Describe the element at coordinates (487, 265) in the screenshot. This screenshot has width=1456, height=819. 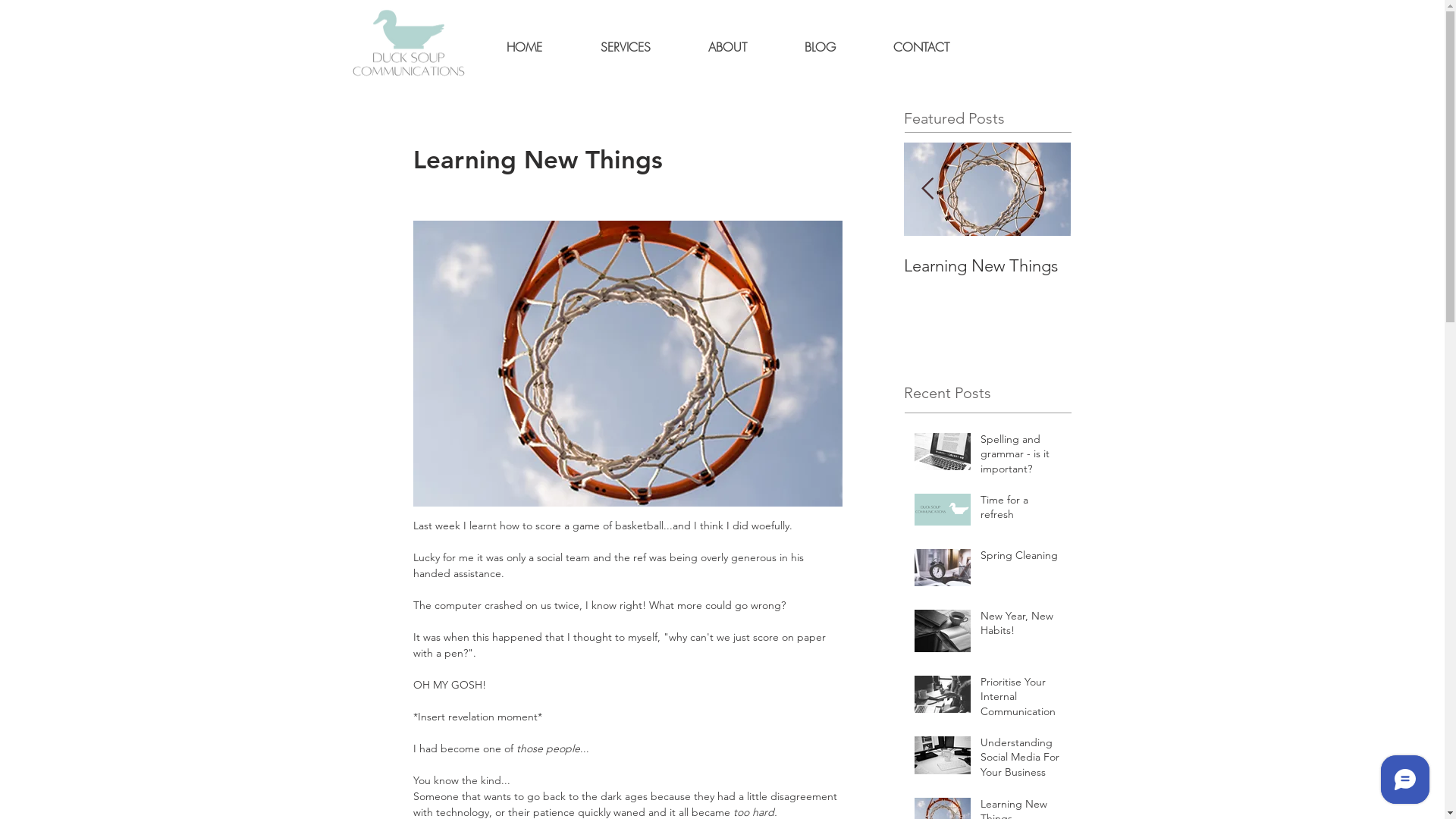
I see `'New Year, New Habits!'` at that location.